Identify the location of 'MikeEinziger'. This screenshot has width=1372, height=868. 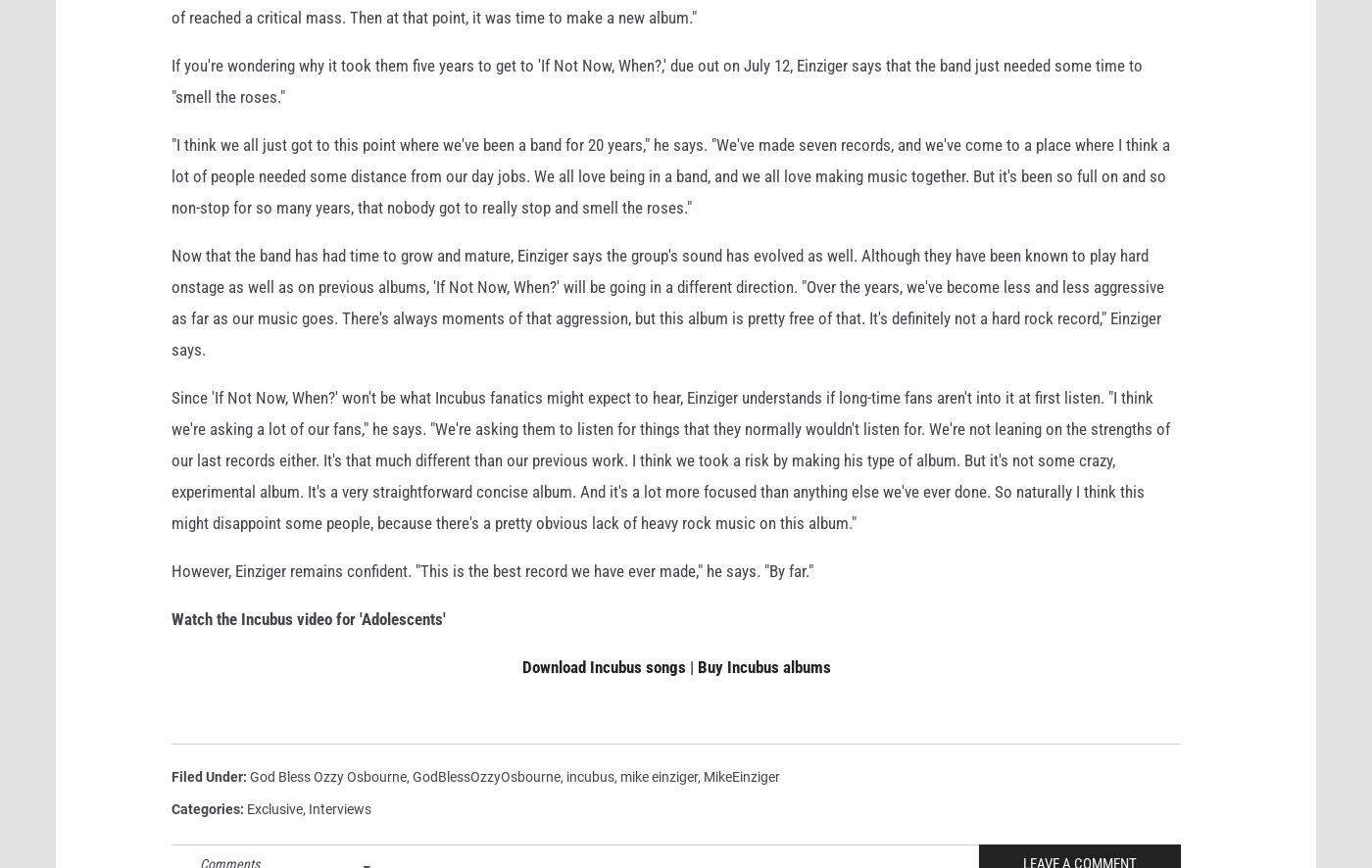
(741, 808).